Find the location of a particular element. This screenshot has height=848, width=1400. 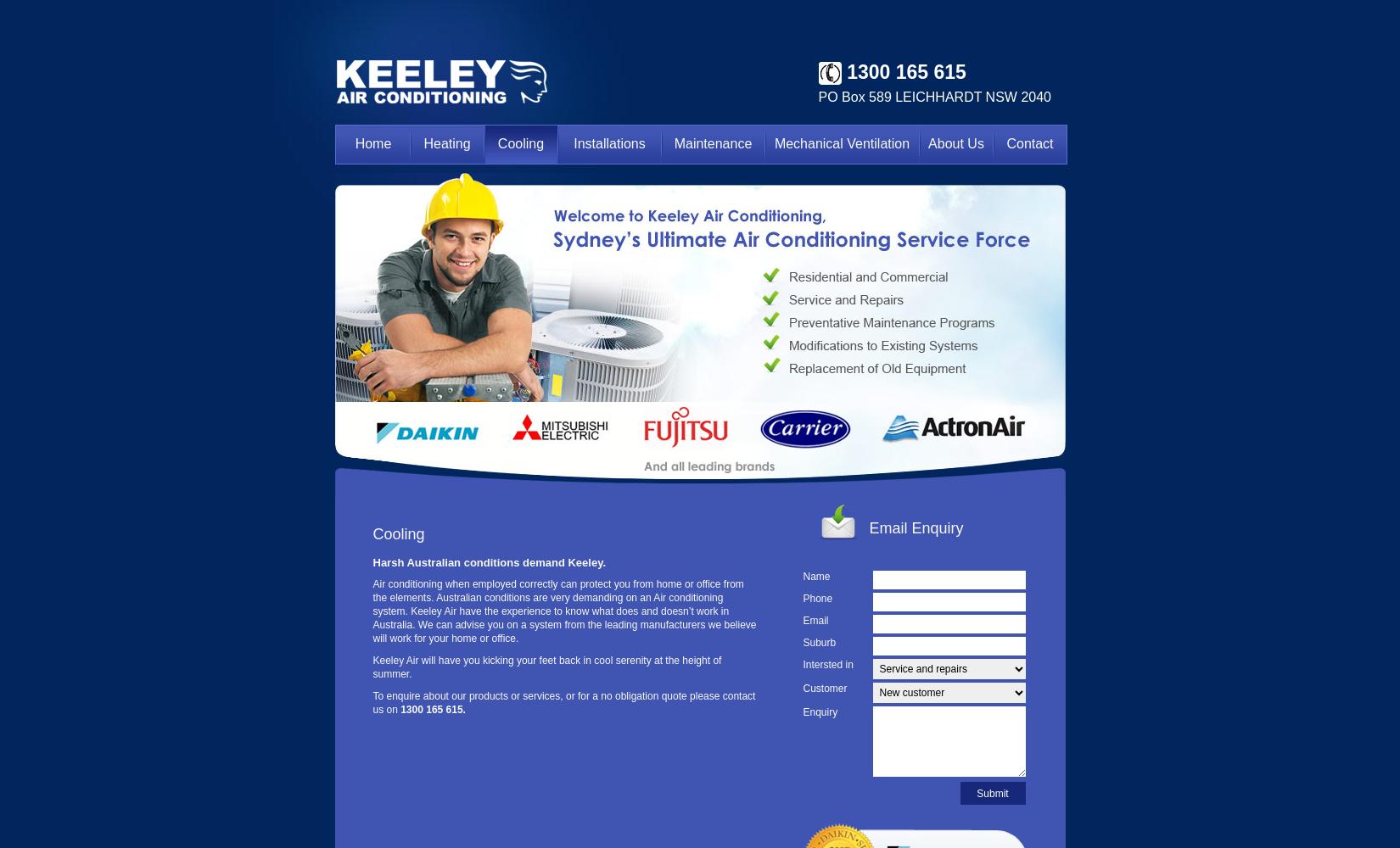

'Air conditioning when employed correctly can protect you from home or office from the elements. Australian conditions are very demanding on an Air conditioning system. Keeley Air have the experience to know what does and doesn’t work in Australia. We can advise you on a system from the leading manufacturers we believe will work for your home or office.' is located at coordinates (563, 611).